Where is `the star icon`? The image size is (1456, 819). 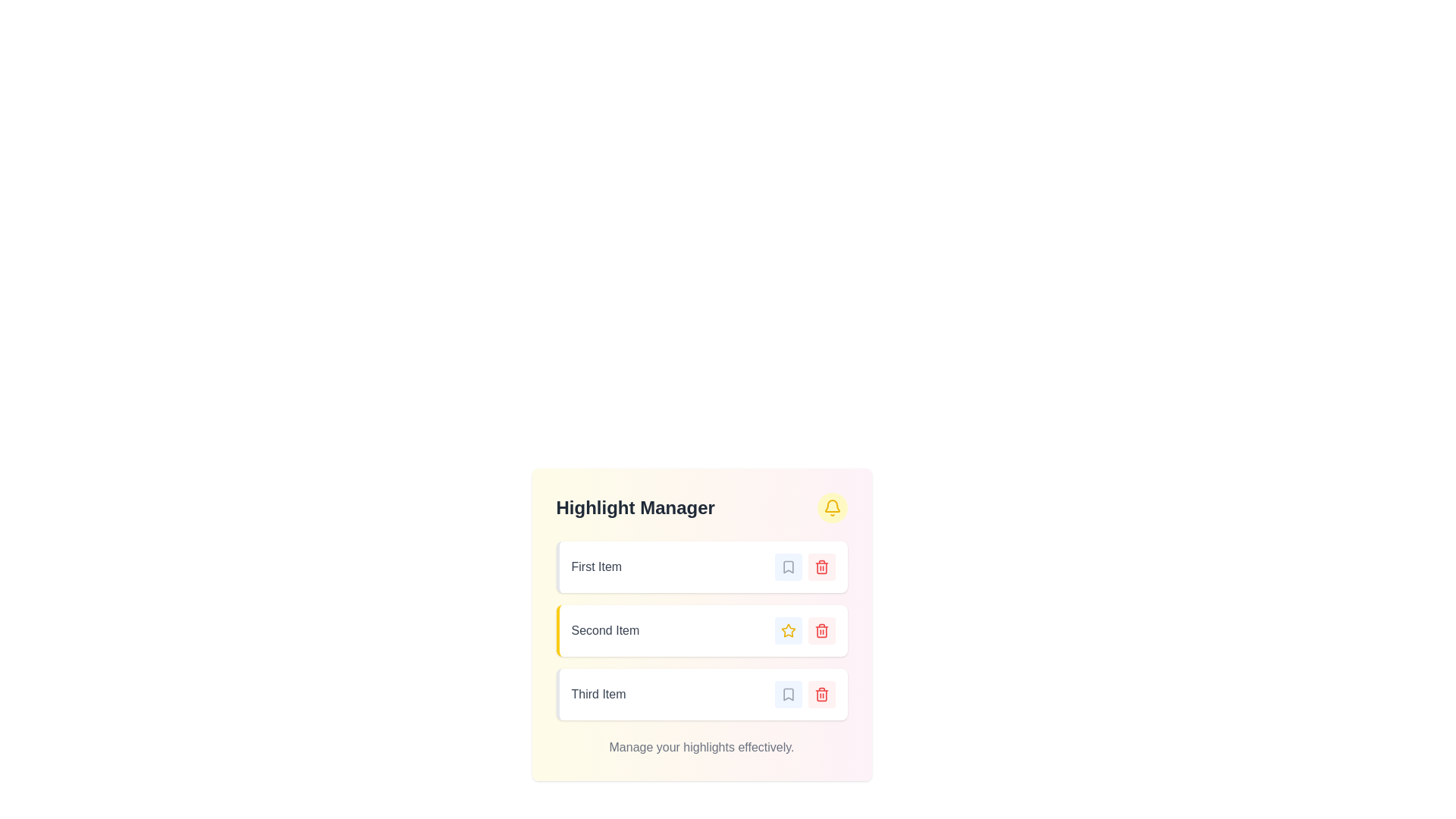
the star icon is located at coordinates (787, 629).